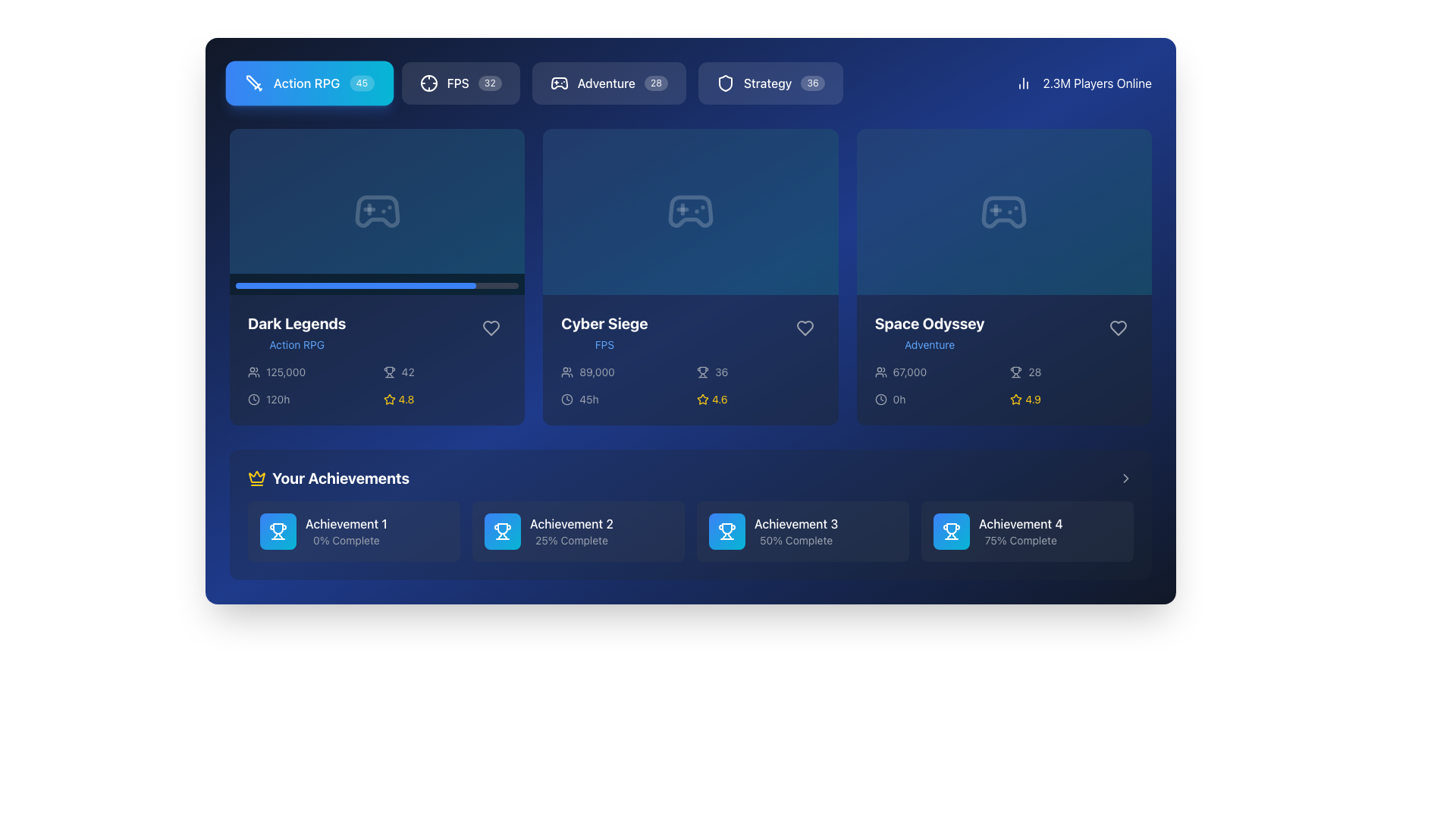 This screenshot has height=819, width=1456. Describe the element at coordinates (488, 284) in the screenshot. I see `the progress bar` at that location.